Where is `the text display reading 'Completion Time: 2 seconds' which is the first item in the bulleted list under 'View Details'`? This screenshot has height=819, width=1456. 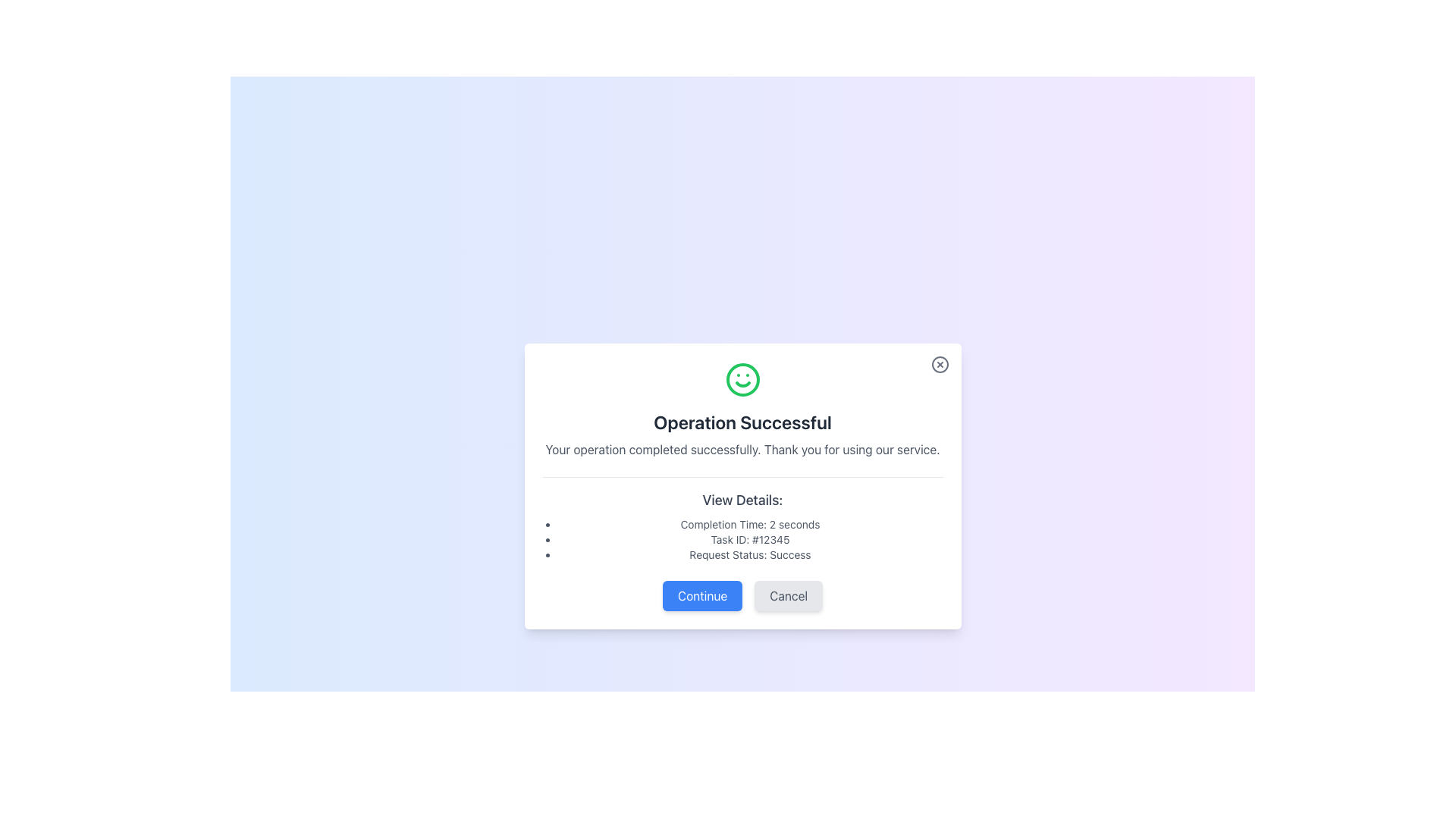
the text display reading 'Completion Time: 2 seconds' which is the first item in the bulleted list under 'View Details' is located at coordinates (750, 523).